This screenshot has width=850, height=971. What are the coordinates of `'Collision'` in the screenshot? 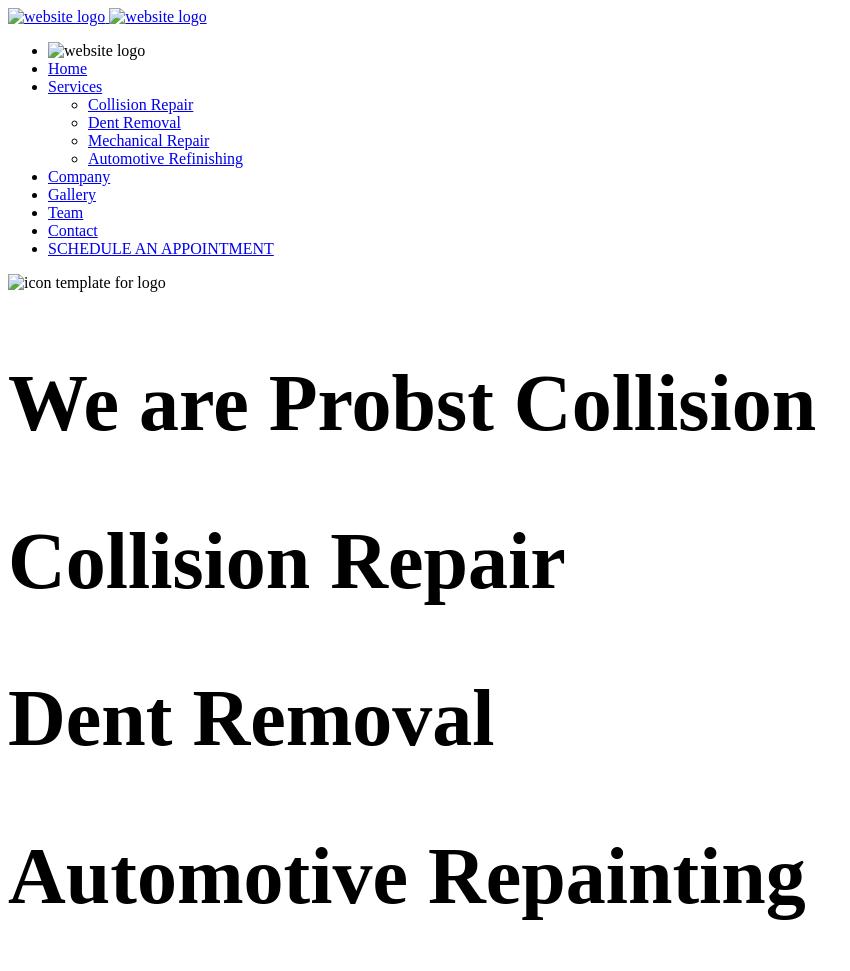 It's located at (168, 559).